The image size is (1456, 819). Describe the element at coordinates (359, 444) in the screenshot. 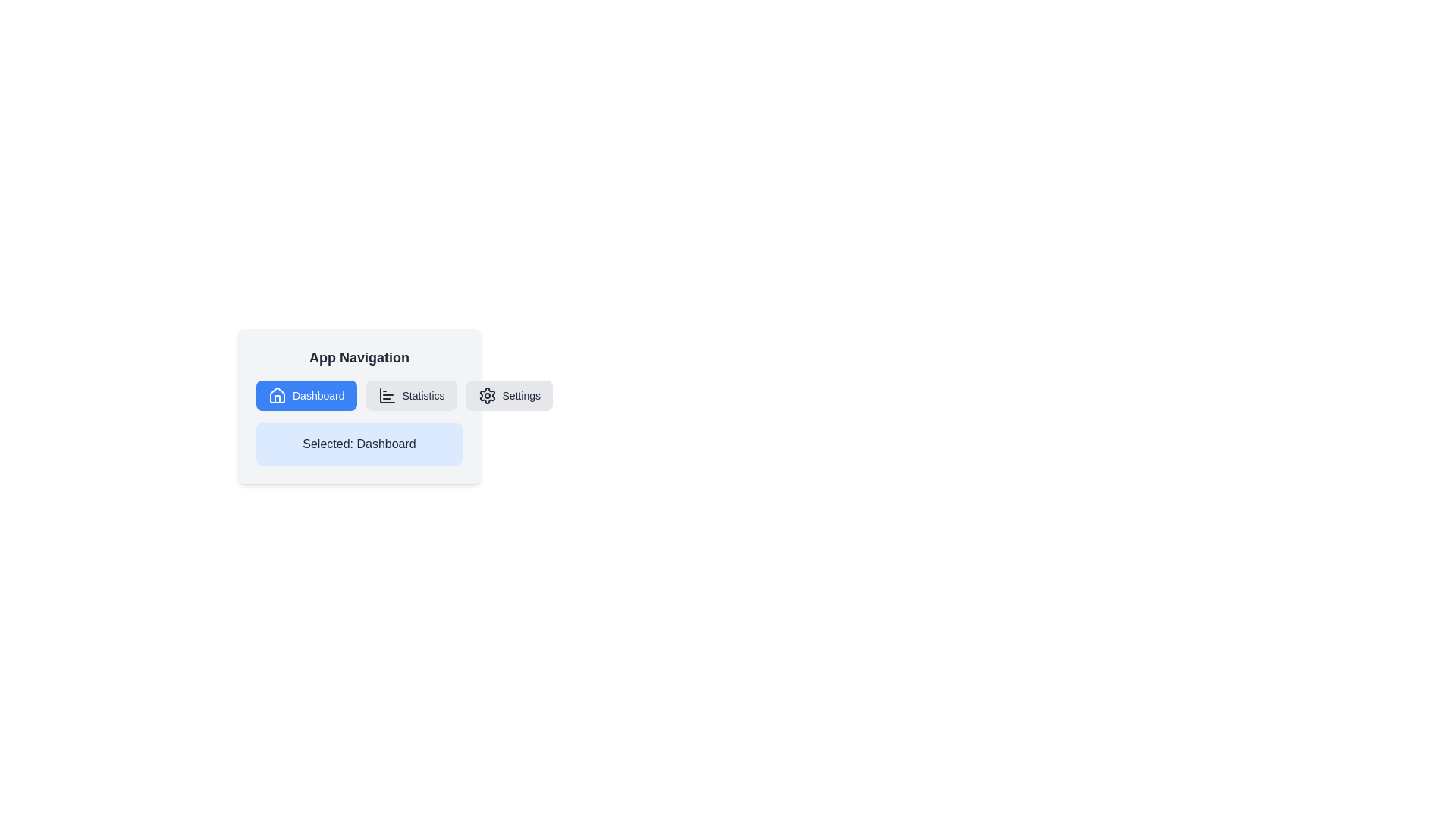

I see `the text label displaying 'Selected: Dashboard' which is in medium-weight gray font, located within a rounded light blue rectangle in the navigation panel` at that location.